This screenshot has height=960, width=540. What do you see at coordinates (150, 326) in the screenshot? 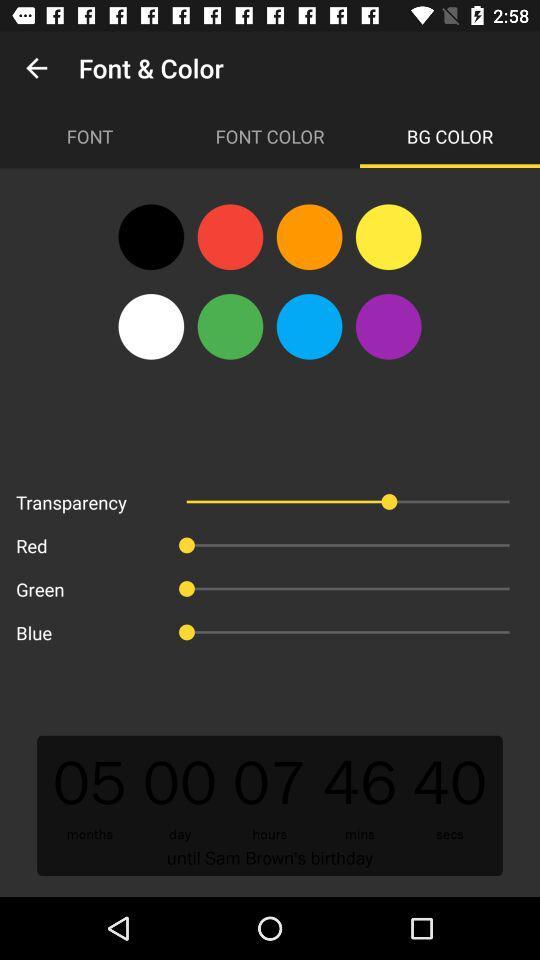
I see `the avatar icon` at bounding box center [150, 326].